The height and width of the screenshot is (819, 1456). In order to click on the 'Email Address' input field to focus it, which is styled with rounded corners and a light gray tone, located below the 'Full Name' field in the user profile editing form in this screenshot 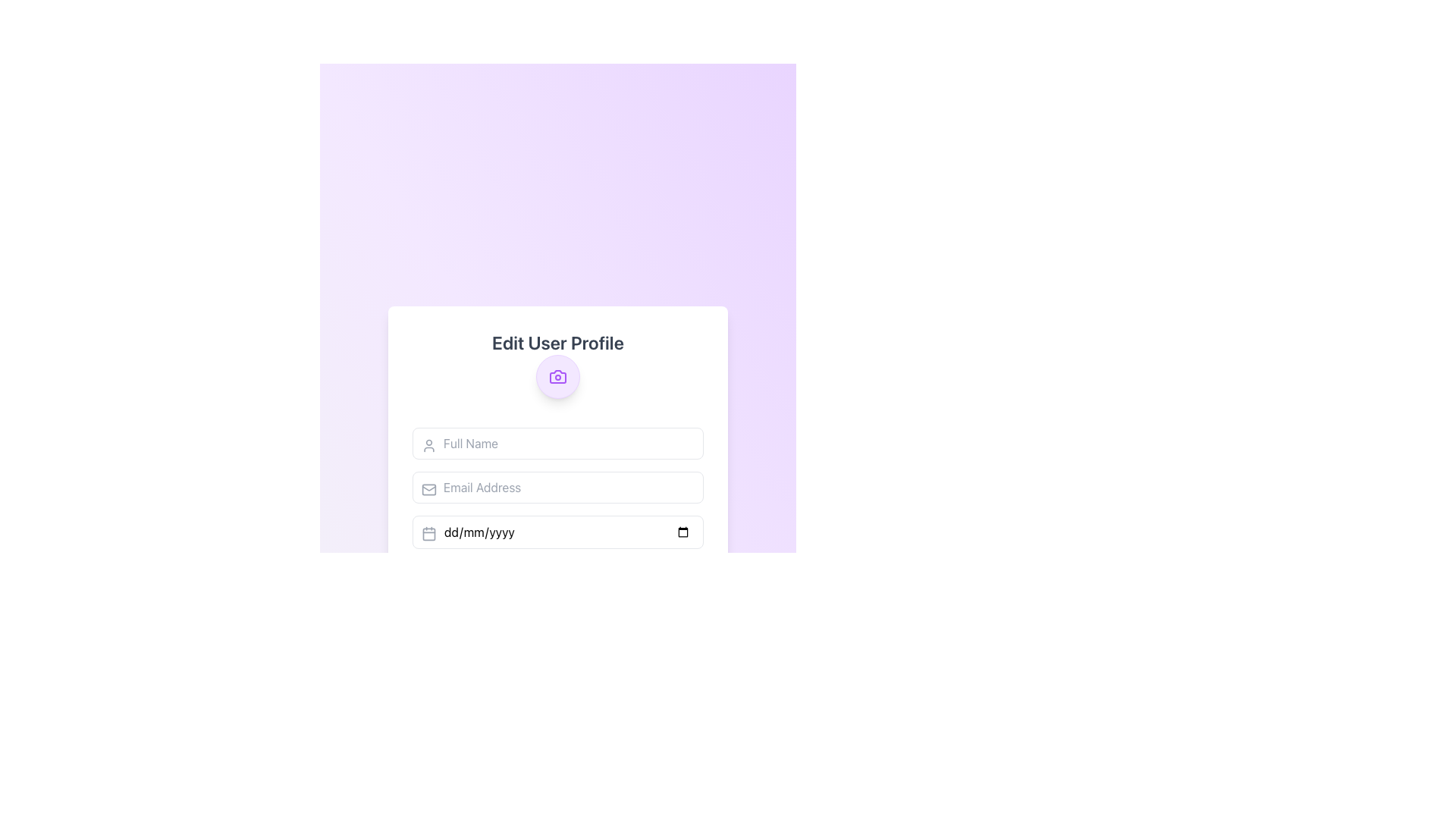, I will do `click(557, 488)`.